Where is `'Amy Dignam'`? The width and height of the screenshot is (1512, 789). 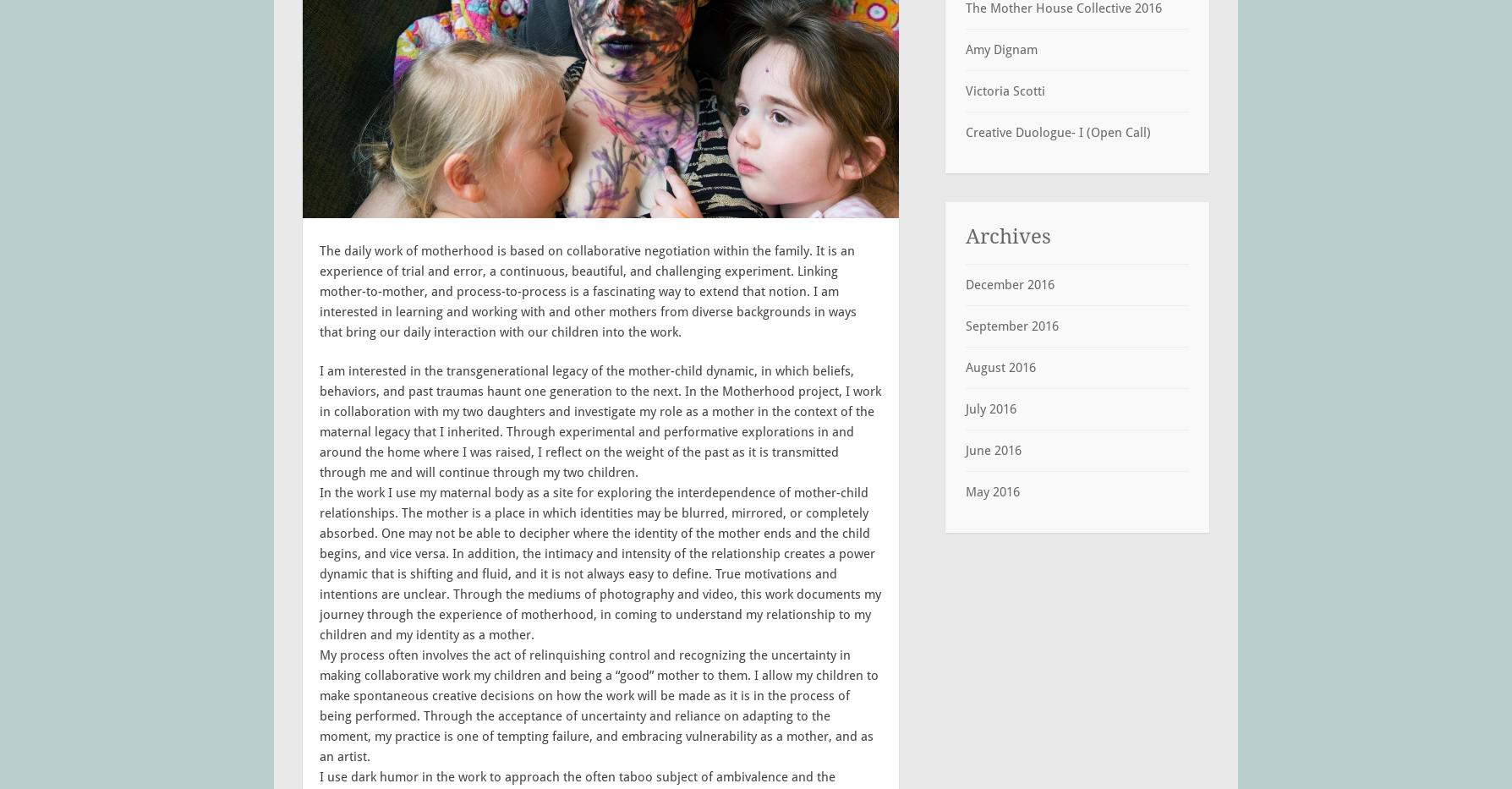
'Amy Dignam' is located at coordinates (1000, 49).